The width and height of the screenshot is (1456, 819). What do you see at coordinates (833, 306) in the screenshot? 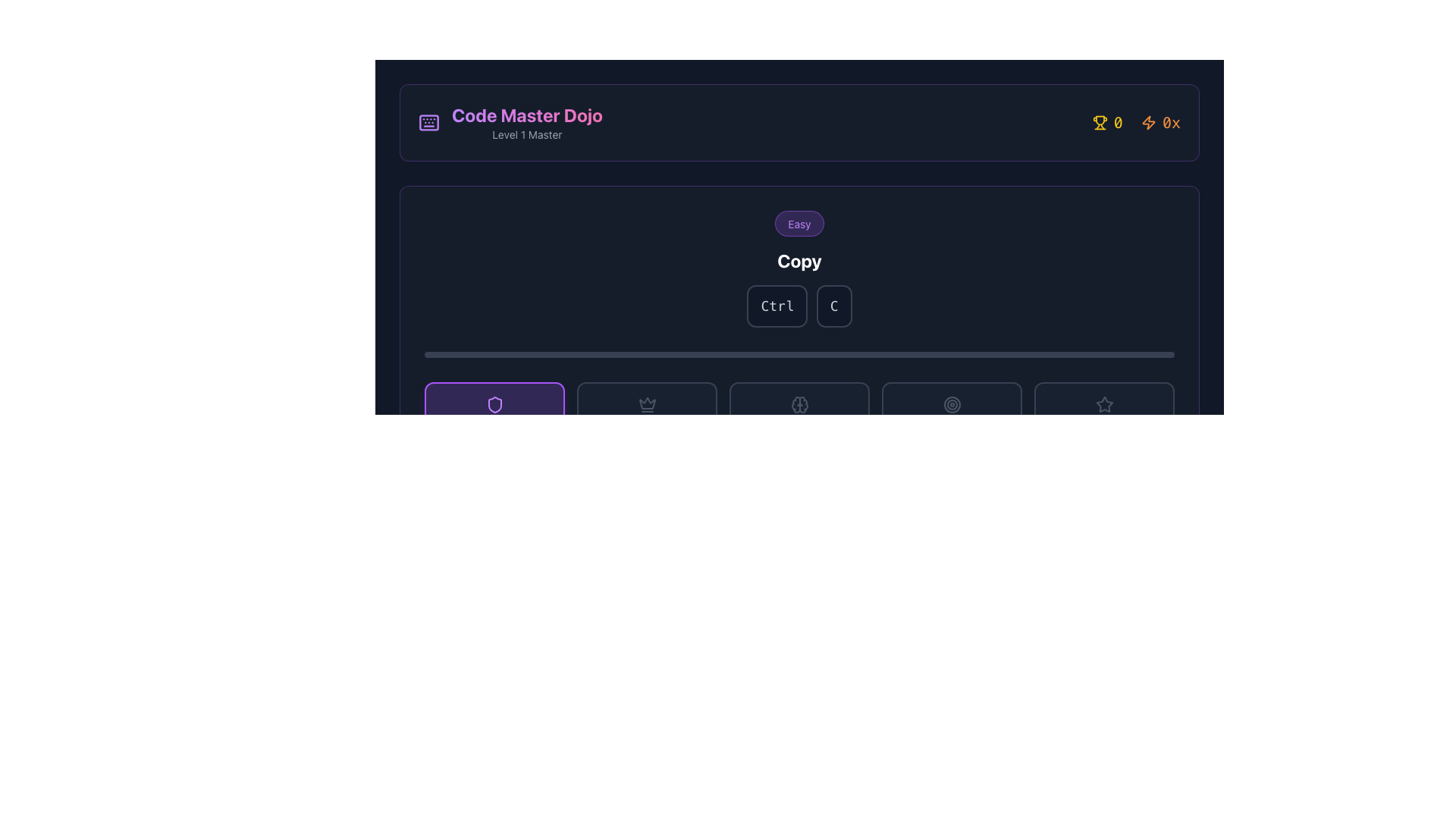
I see `the rounded rectangle button labeled 'C' with light gray text` at bounding box center [833, 306].